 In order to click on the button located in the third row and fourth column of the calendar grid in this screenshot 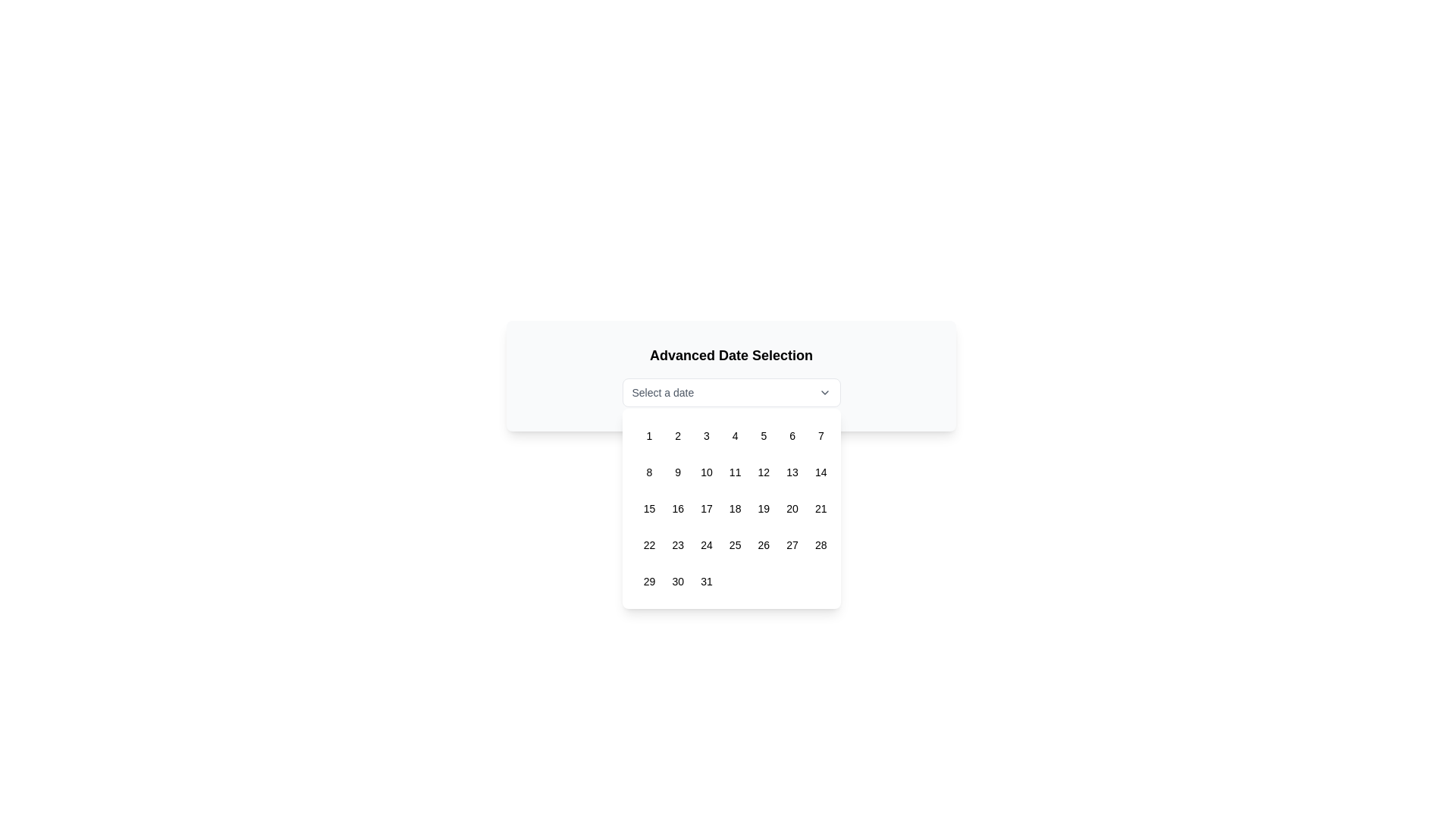, I will do `click(735, 509)`.